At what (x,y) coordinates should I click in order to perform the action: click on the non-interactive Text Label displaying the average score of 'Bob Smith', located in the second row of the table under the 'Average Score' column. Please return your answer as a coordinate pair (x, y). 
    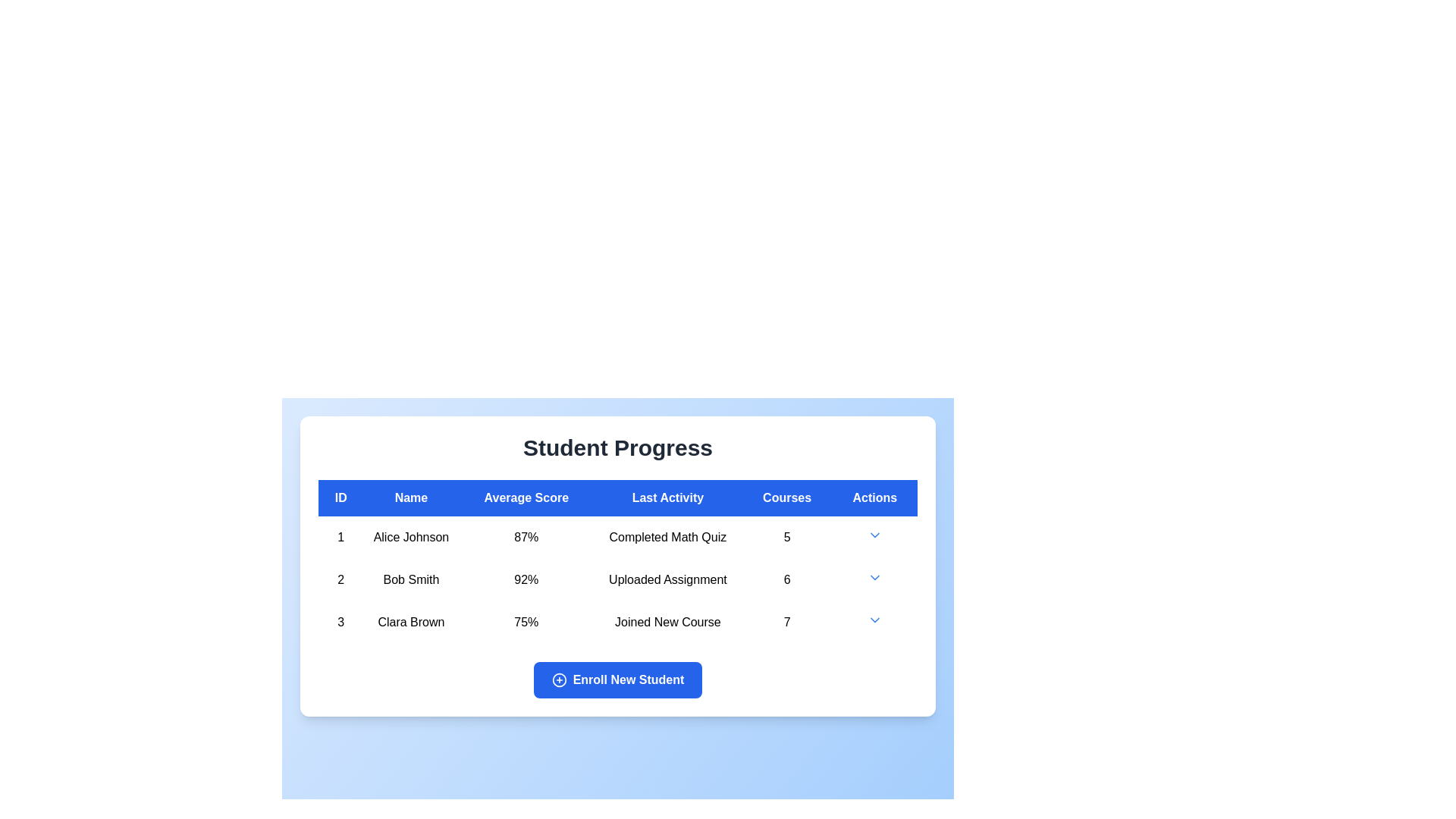
    Looking at the image, I should click on (526, 579).